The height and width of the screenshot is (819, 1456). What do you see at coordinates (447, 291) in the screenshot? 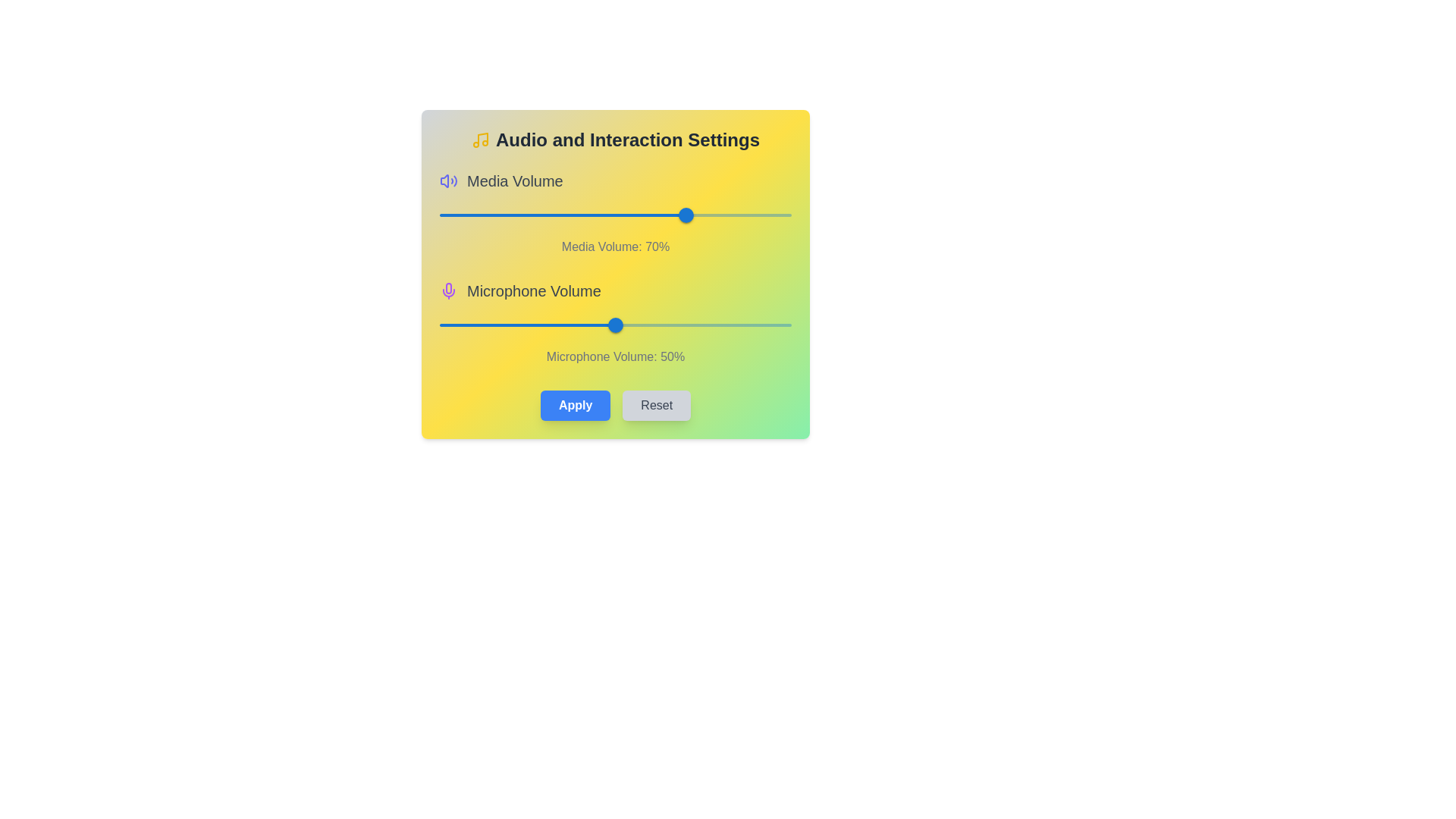
I see `the purple microphone icon located next to the 'Microphone Volume' label in the audio settings section` at bounding box center [447, 291].